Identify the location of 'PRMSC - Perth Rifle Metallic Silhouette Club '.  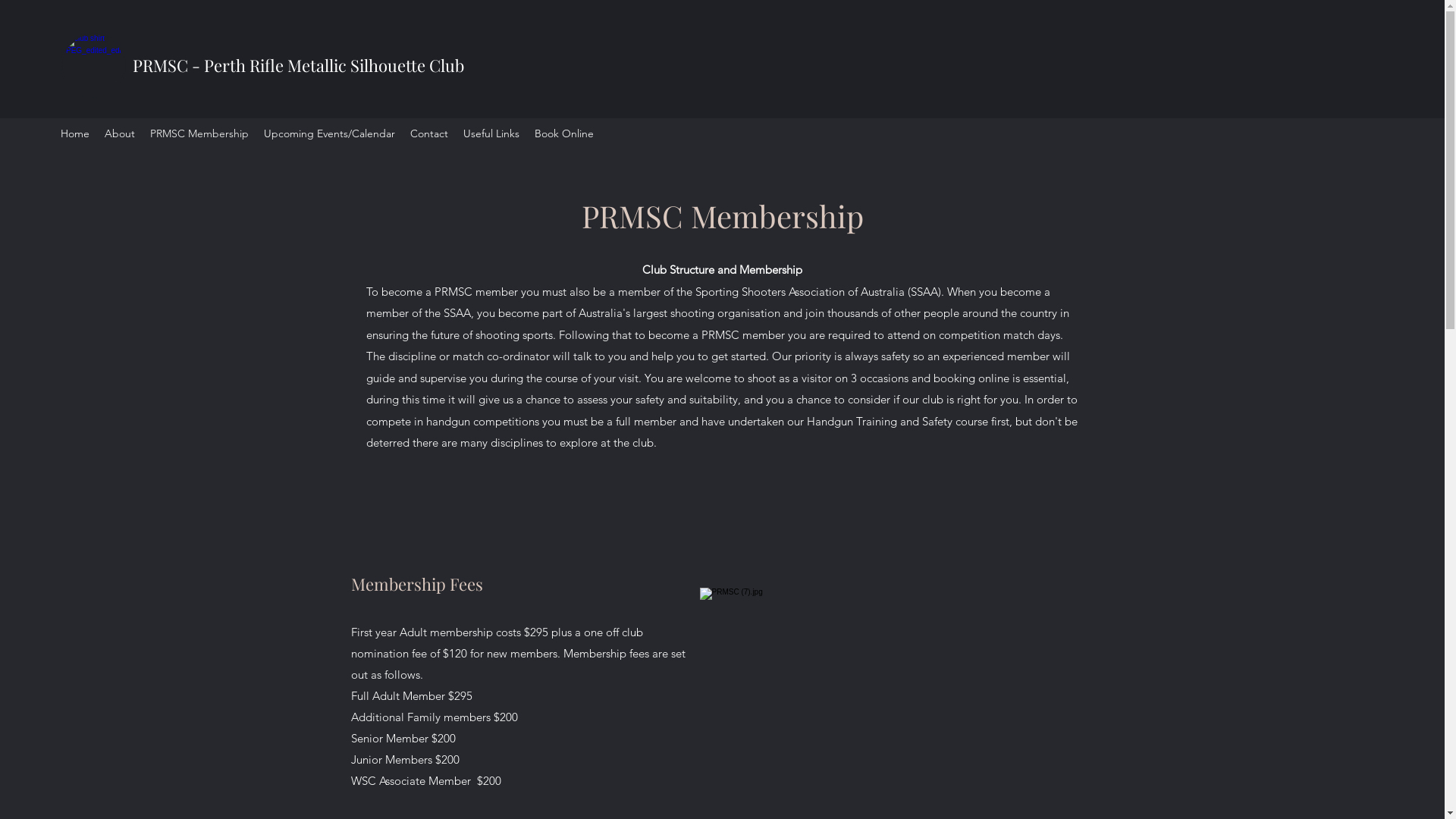
(300, 64).